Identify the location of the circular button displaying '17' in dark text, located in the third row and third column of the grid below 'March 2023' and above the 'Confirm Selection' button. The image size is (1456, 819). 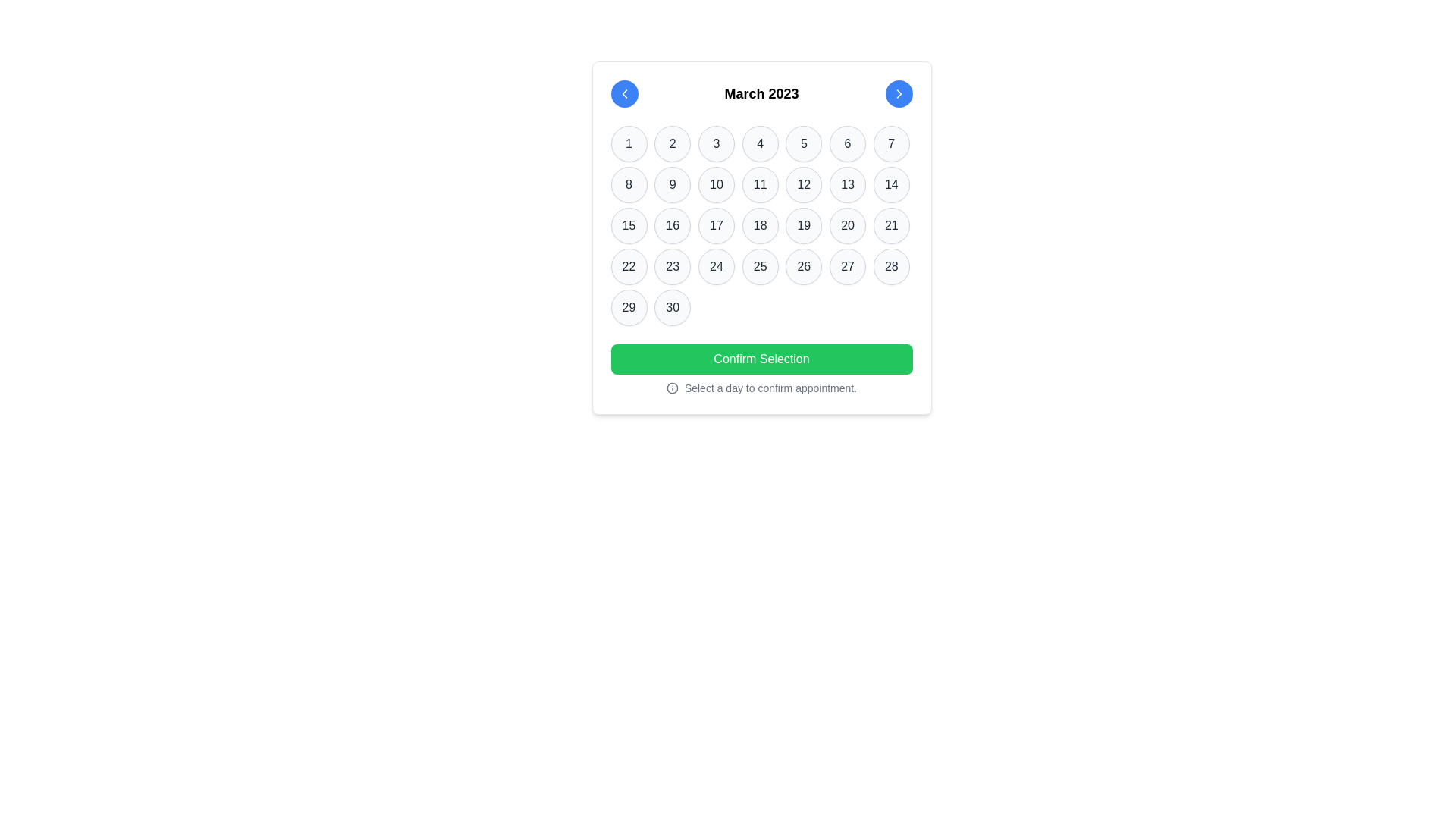
(715, 225).